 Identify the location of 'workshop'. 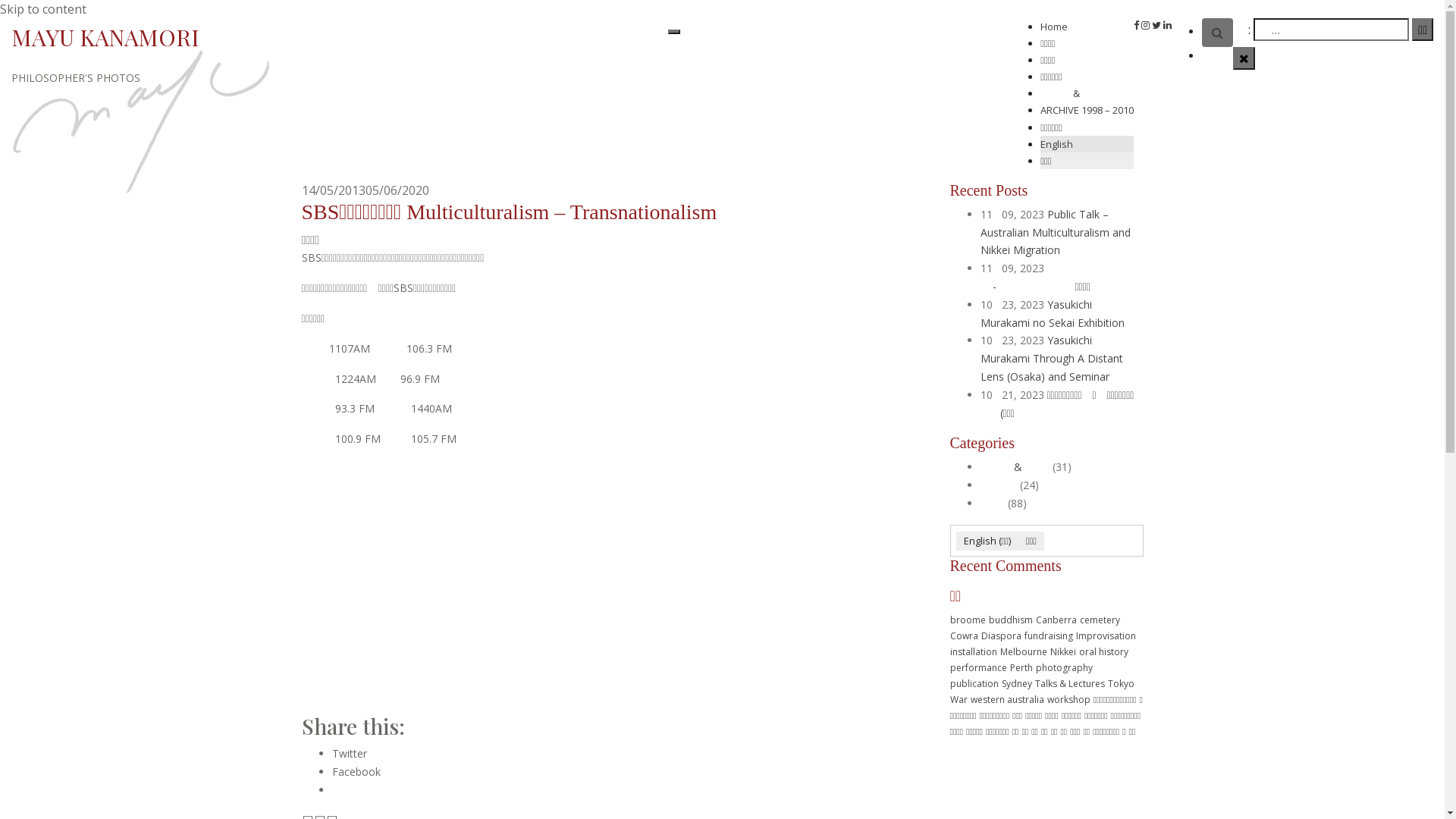
(1067, 699).